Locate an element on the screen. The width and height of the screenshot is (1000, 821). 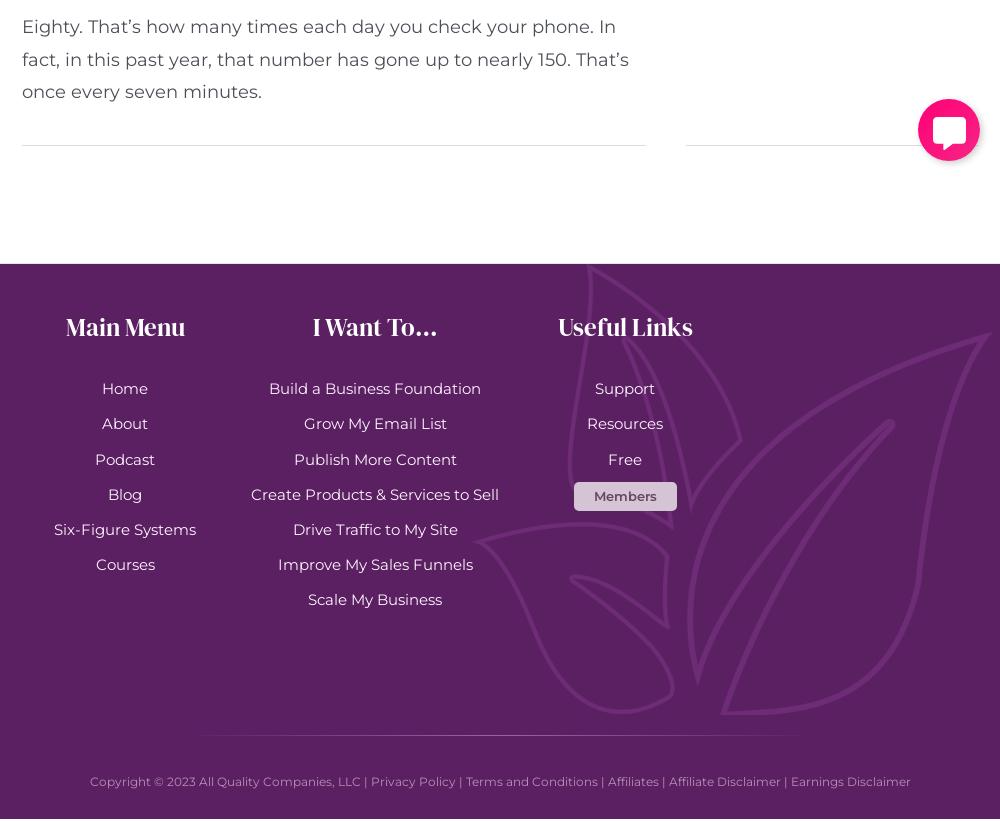
'Support' is located at coordinates (625, 387).